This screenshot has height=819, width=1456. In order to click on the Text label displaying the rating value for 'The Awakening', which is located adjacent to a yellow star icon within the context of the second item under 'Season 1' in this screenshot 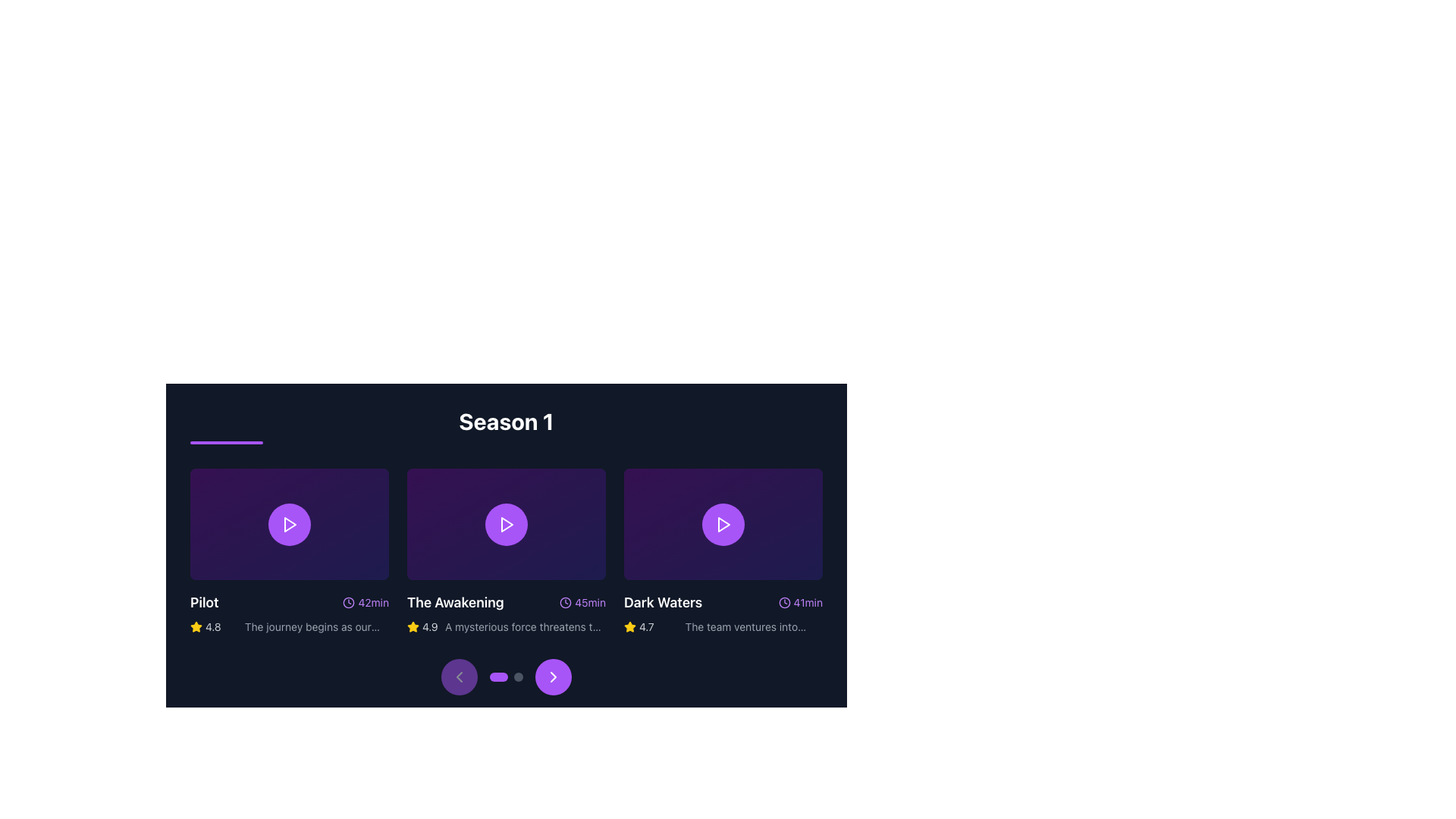, I will do `click(429, 627)`.